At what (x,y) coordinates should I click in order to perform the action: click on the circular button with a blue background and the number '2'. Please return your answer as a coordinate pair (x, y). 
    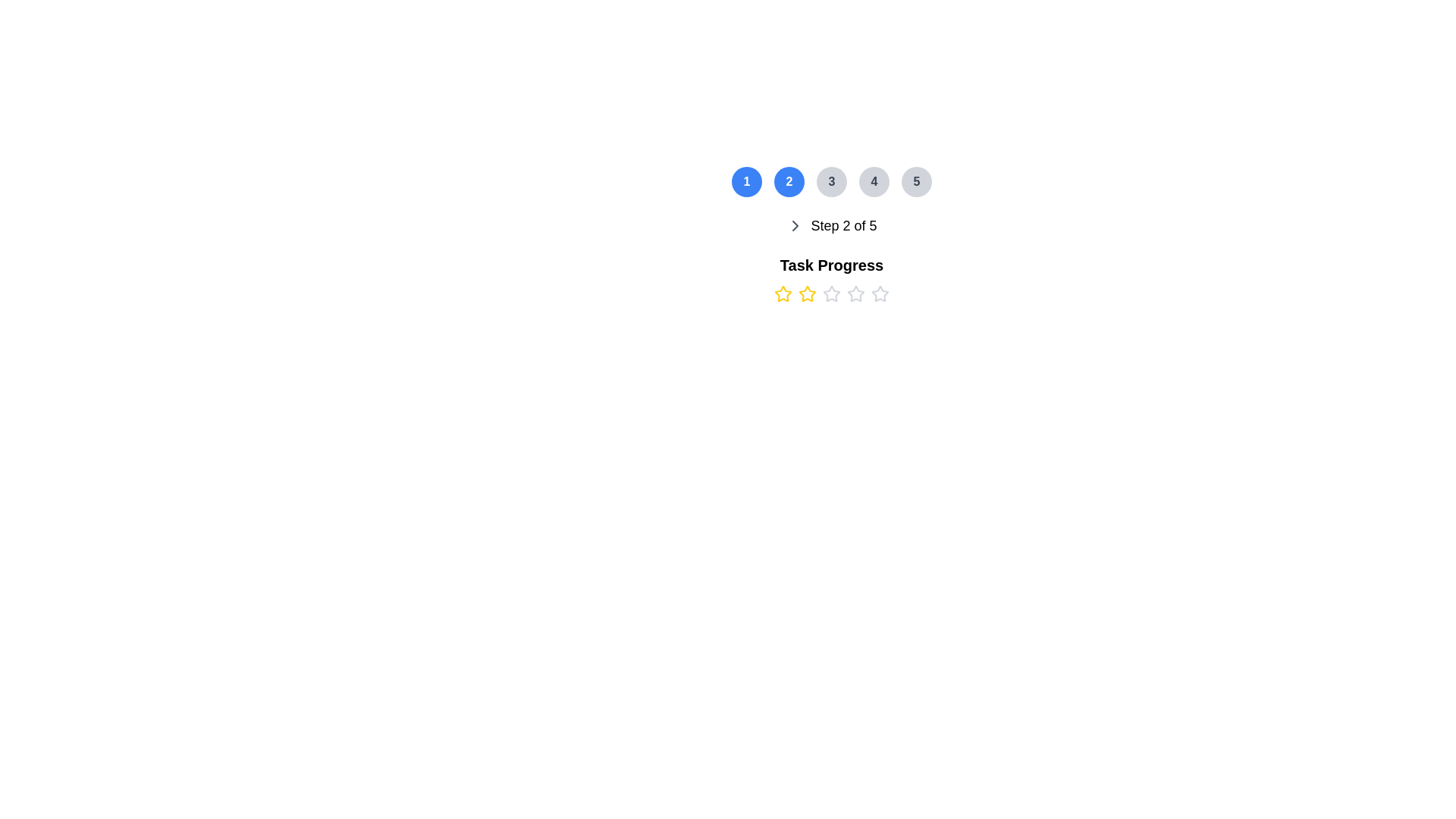
    Looking at the image, I should click on (789, 180).